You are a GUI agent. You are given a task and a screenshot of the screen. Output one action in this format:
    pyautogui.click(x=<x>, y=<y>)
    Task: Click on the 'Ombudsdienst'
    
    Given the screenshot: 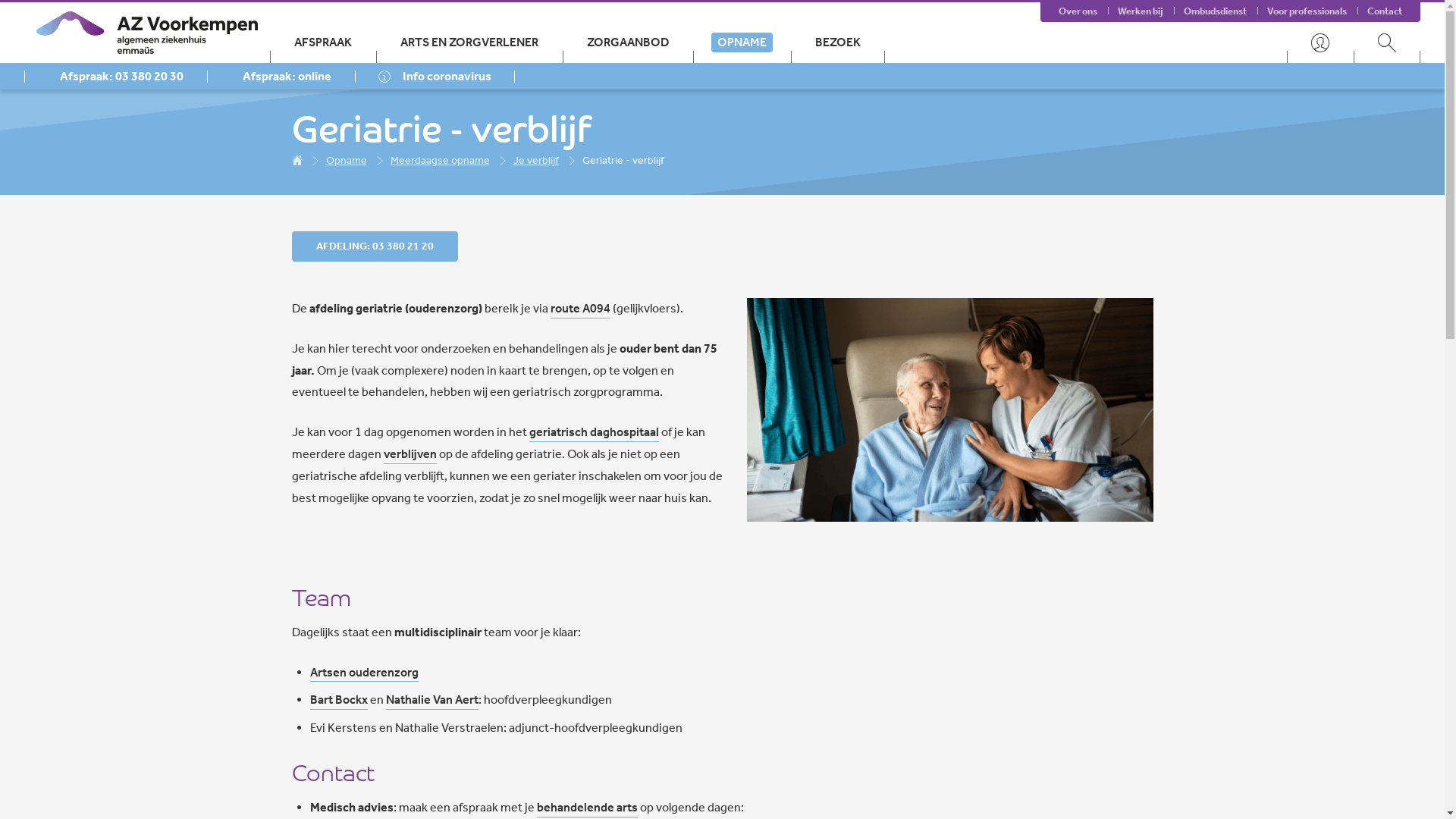 What is the action you would take?
    pyautogui.click(x=1215, y=11)
    